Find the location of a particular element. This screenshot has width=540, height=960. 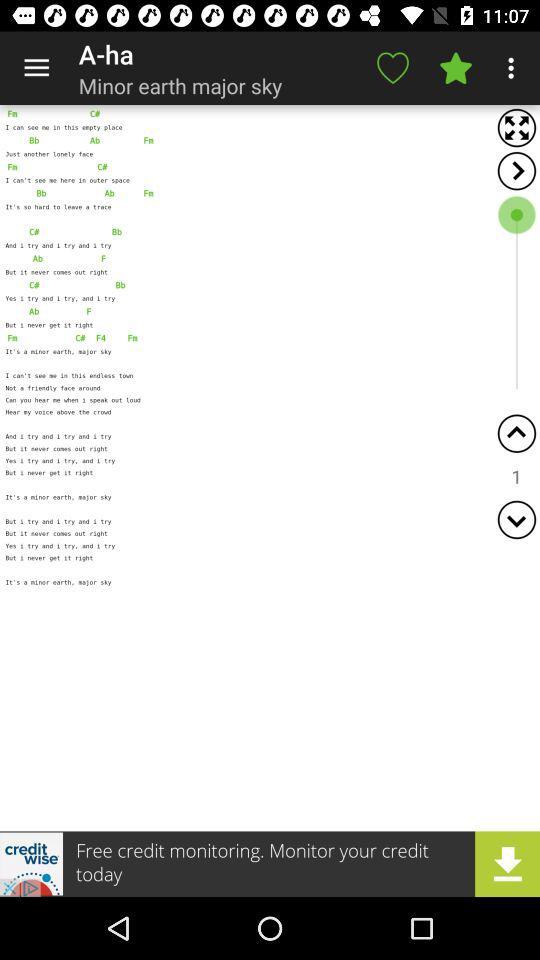

the fullscreen icon is located at coordinates (516, 127).